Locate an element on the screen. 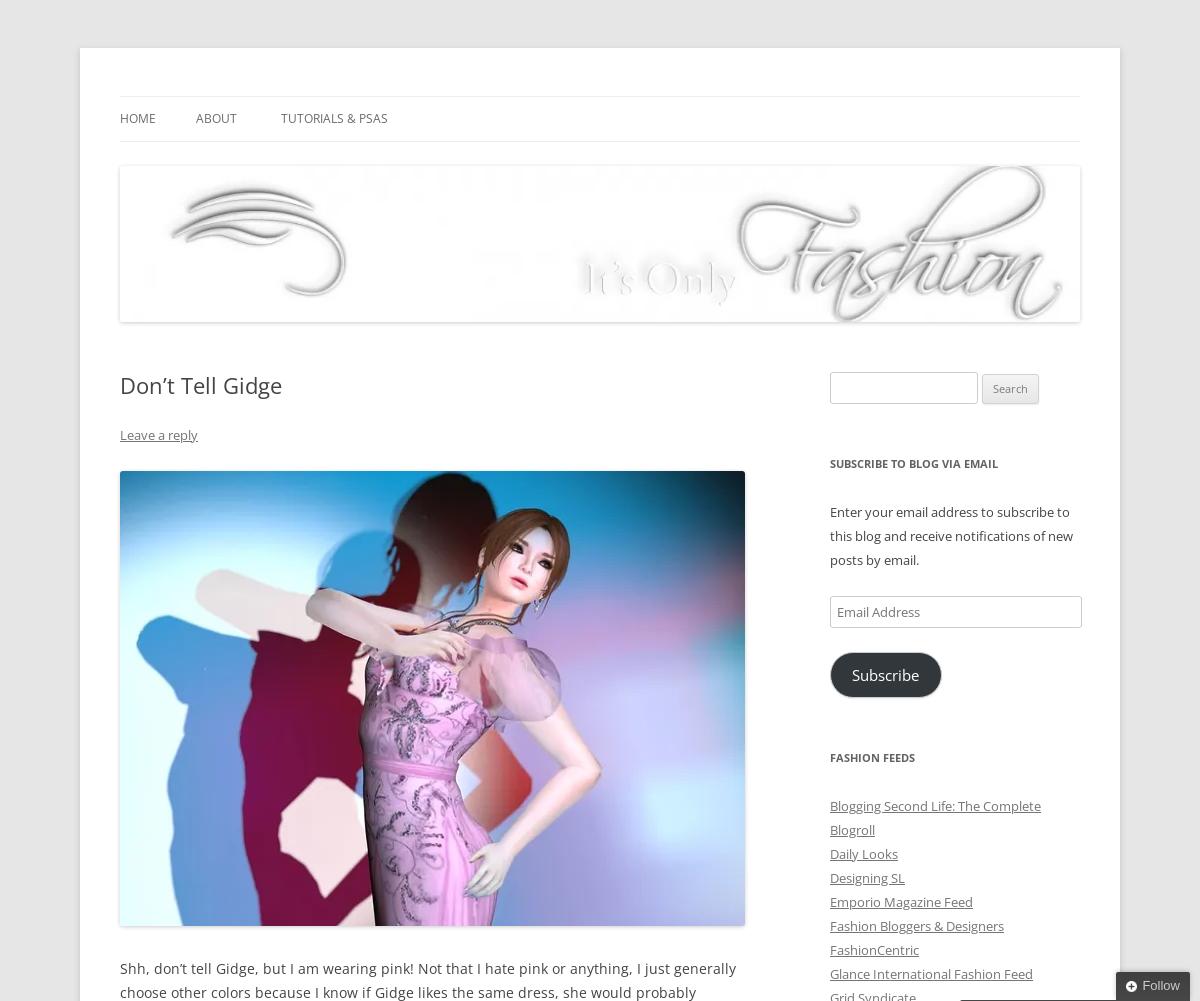 This screenshot has width=1200, height=1001. 'Emporio Magazine Feed' is located at coordinates (901, 901).